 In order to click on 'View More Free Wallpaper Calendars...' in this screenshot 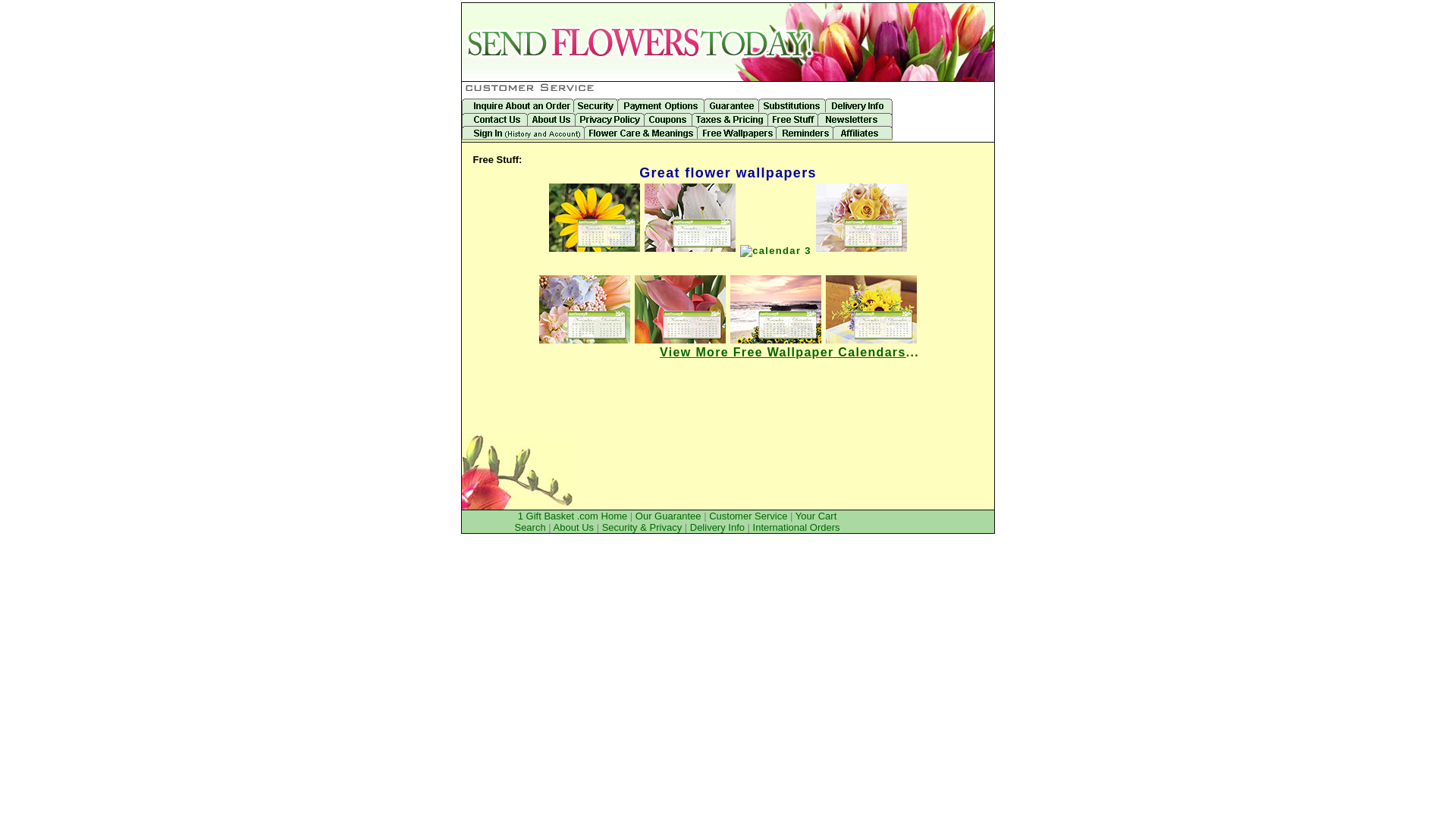, I will do `click(789, 352)`.